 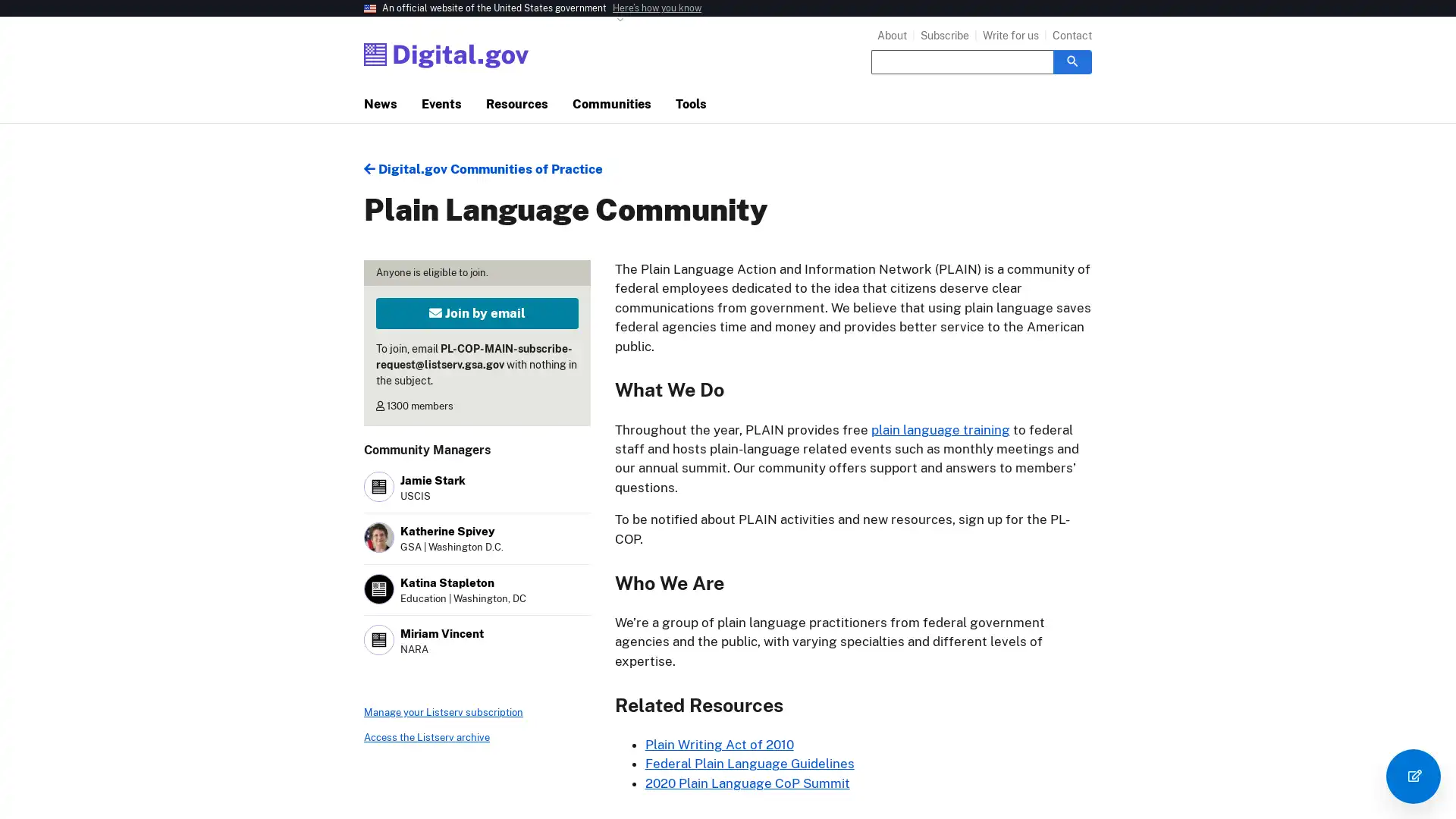 I want to click on Heres how you know, so click(x=657, y=8).